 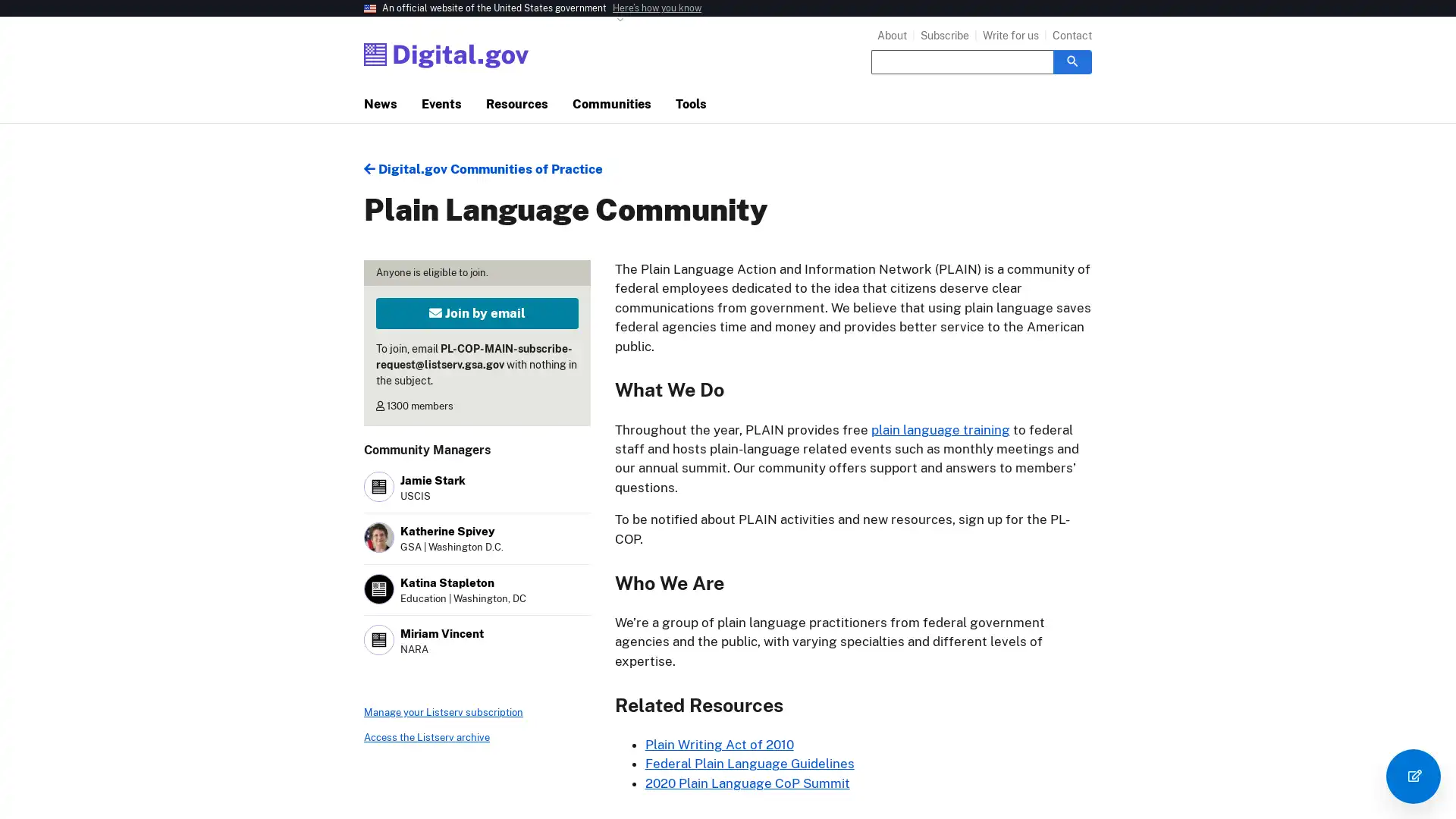 I want to click on Heres how you know, so click(x=657, y=8).